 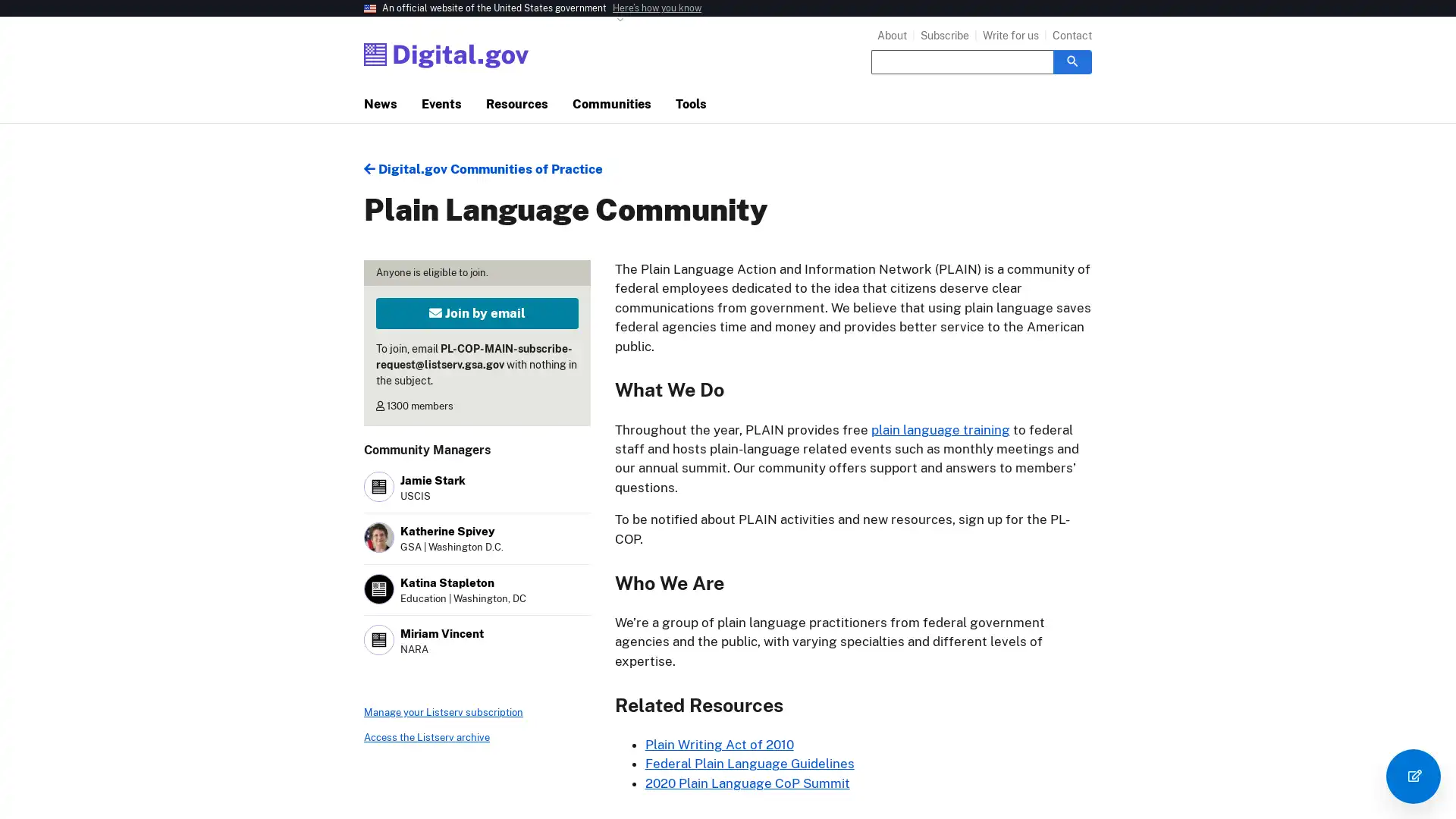 I want to click on Heres how you know, so click(x=657, y=8).